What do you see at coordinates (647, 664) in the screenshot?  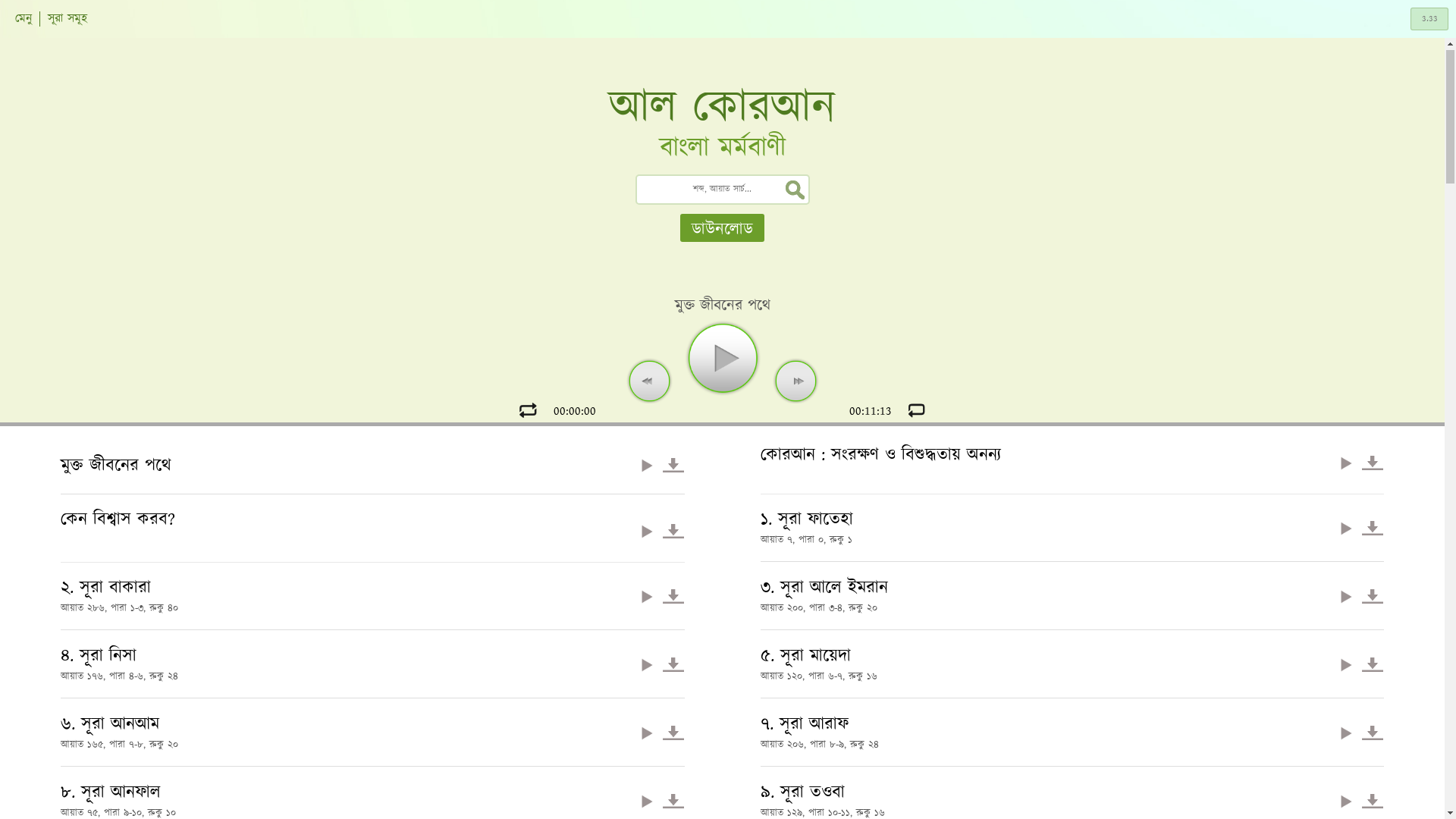 I see `'Play'` at bounding box center [647, 664].